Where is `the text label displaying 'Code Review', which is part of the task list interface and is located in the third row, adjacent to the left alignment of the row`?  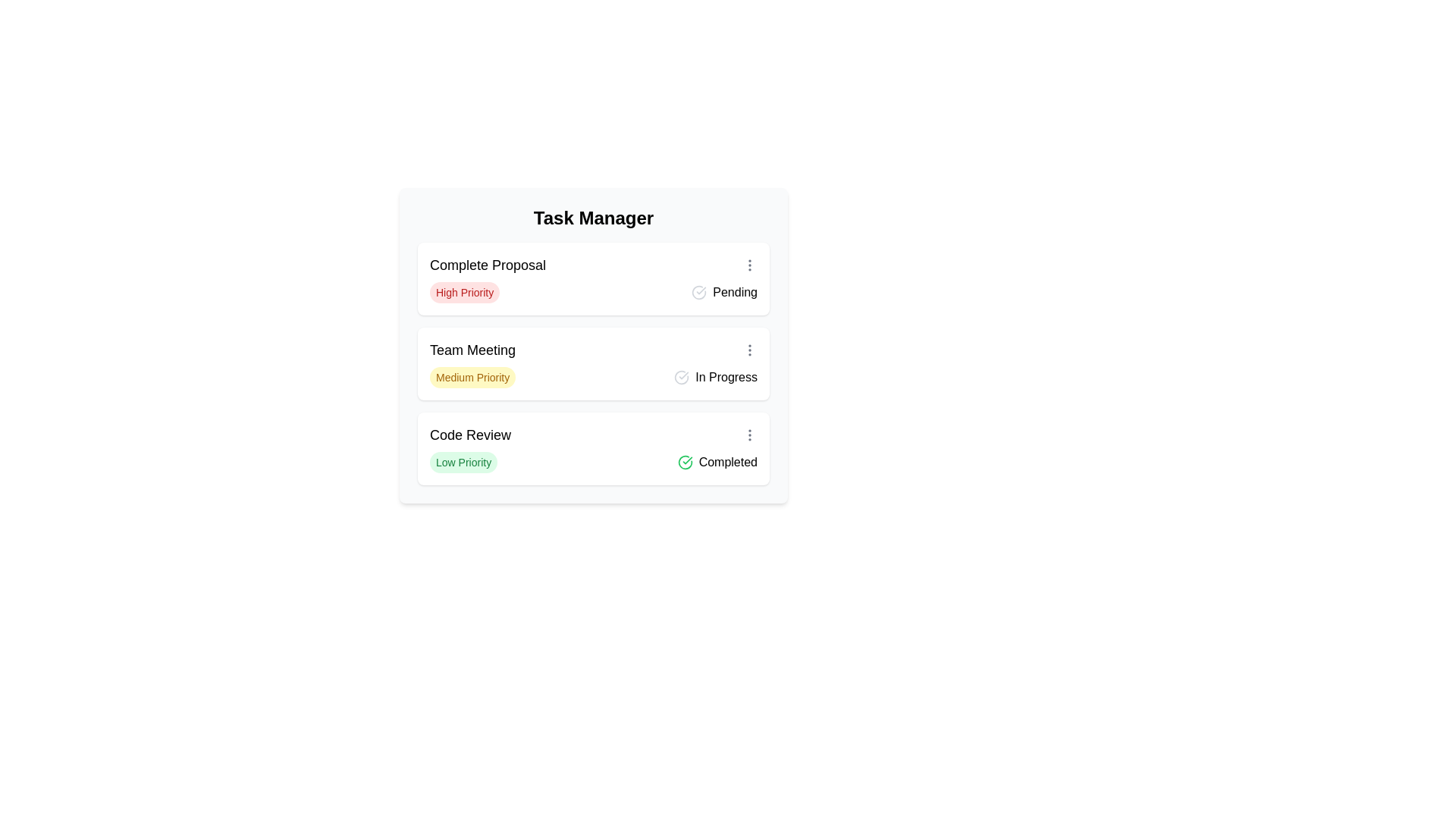
the text label displaying 'Code Review', which is part of the task list interface and is located in the third row, adjacent to the left alignment of the row is located at coordinates (469, 435).